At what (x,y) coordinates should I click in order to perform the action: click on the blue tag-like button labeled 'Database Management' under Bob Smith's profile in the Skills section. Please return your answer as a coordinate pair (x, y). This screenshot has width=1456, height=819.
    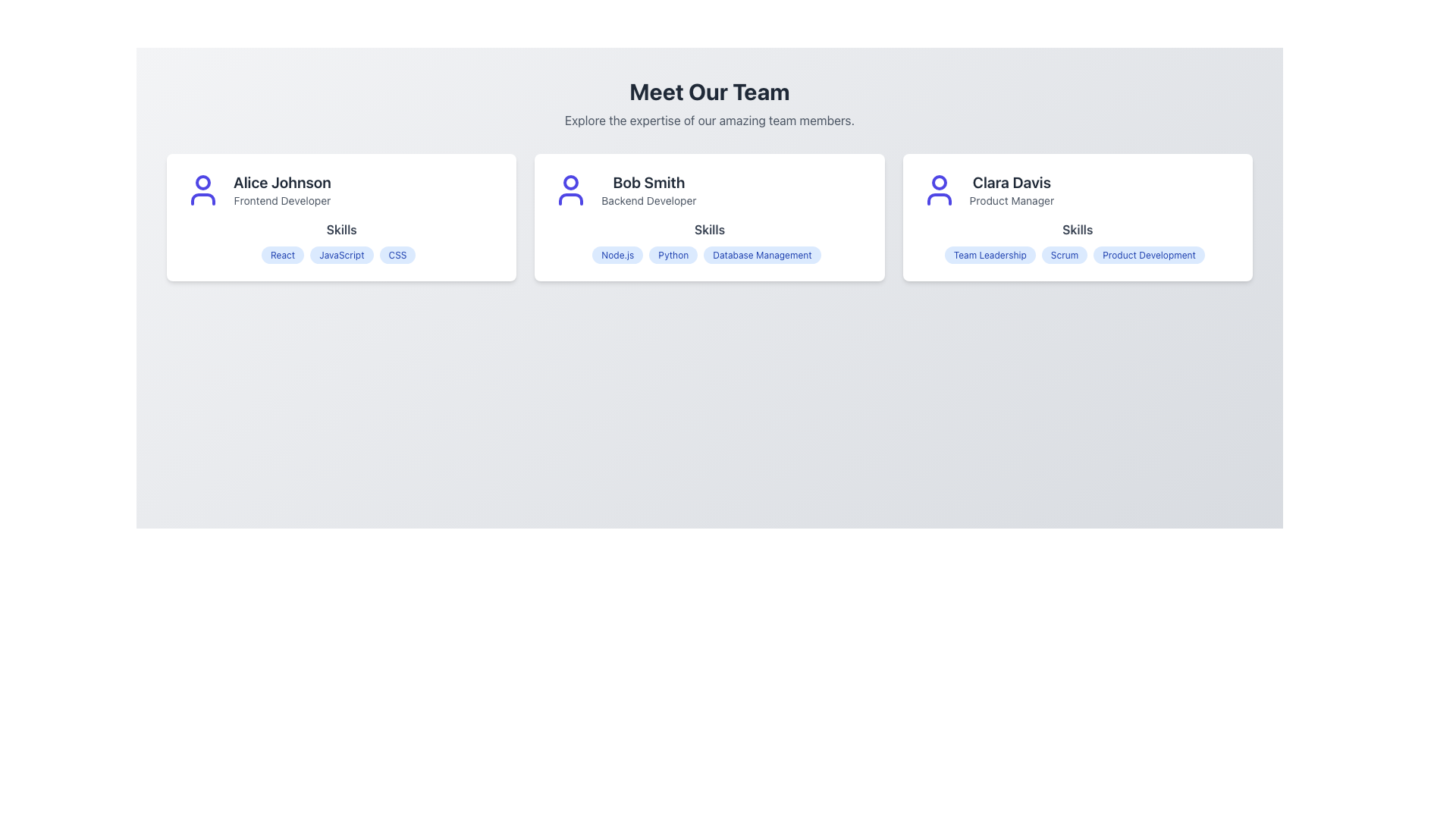
    Looking at the image, I should click on (762, 254).